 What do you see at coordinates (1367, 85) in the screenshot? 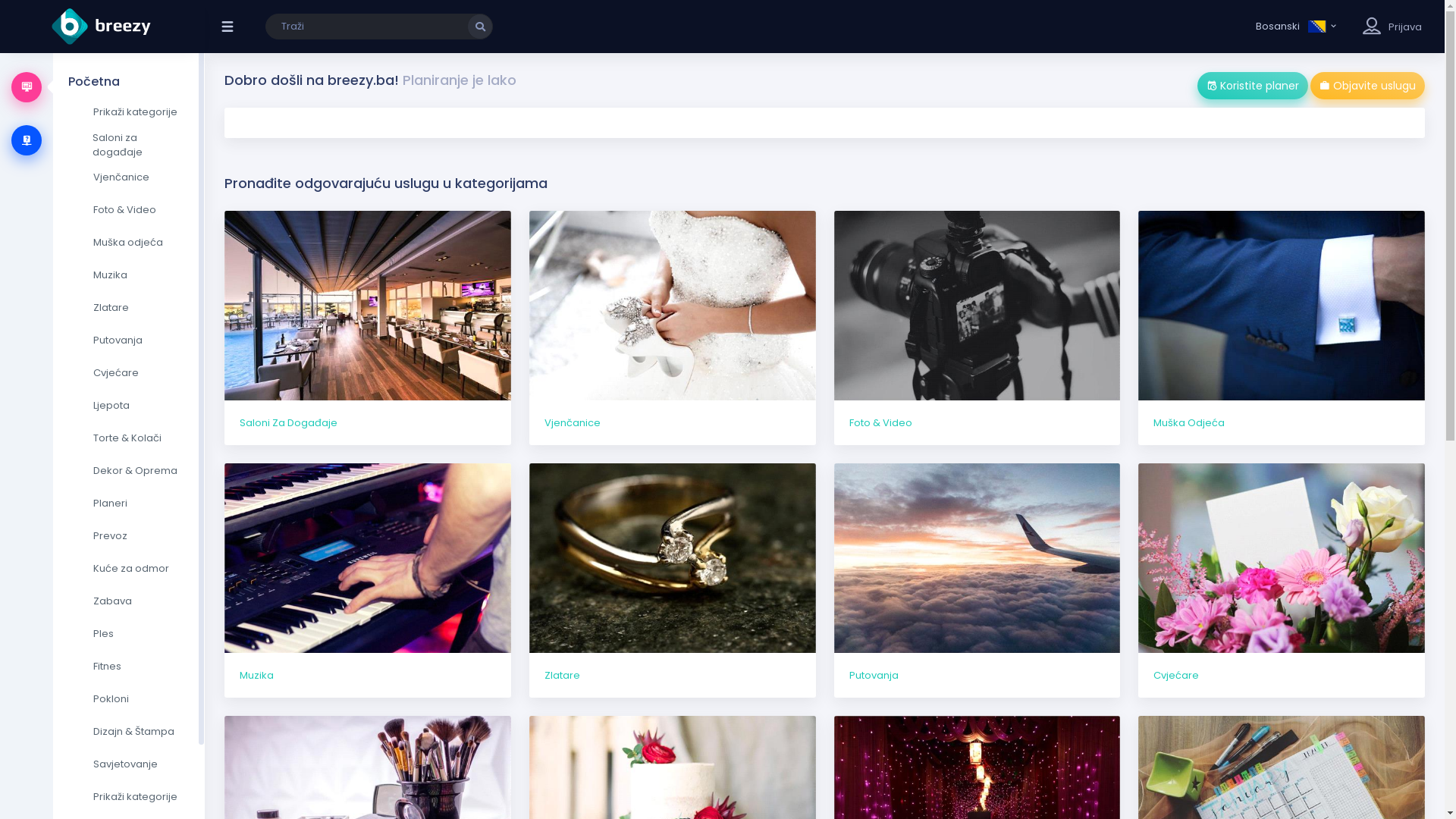
I see `'Objavite uslugu'` at bounding box center [1367, 85].